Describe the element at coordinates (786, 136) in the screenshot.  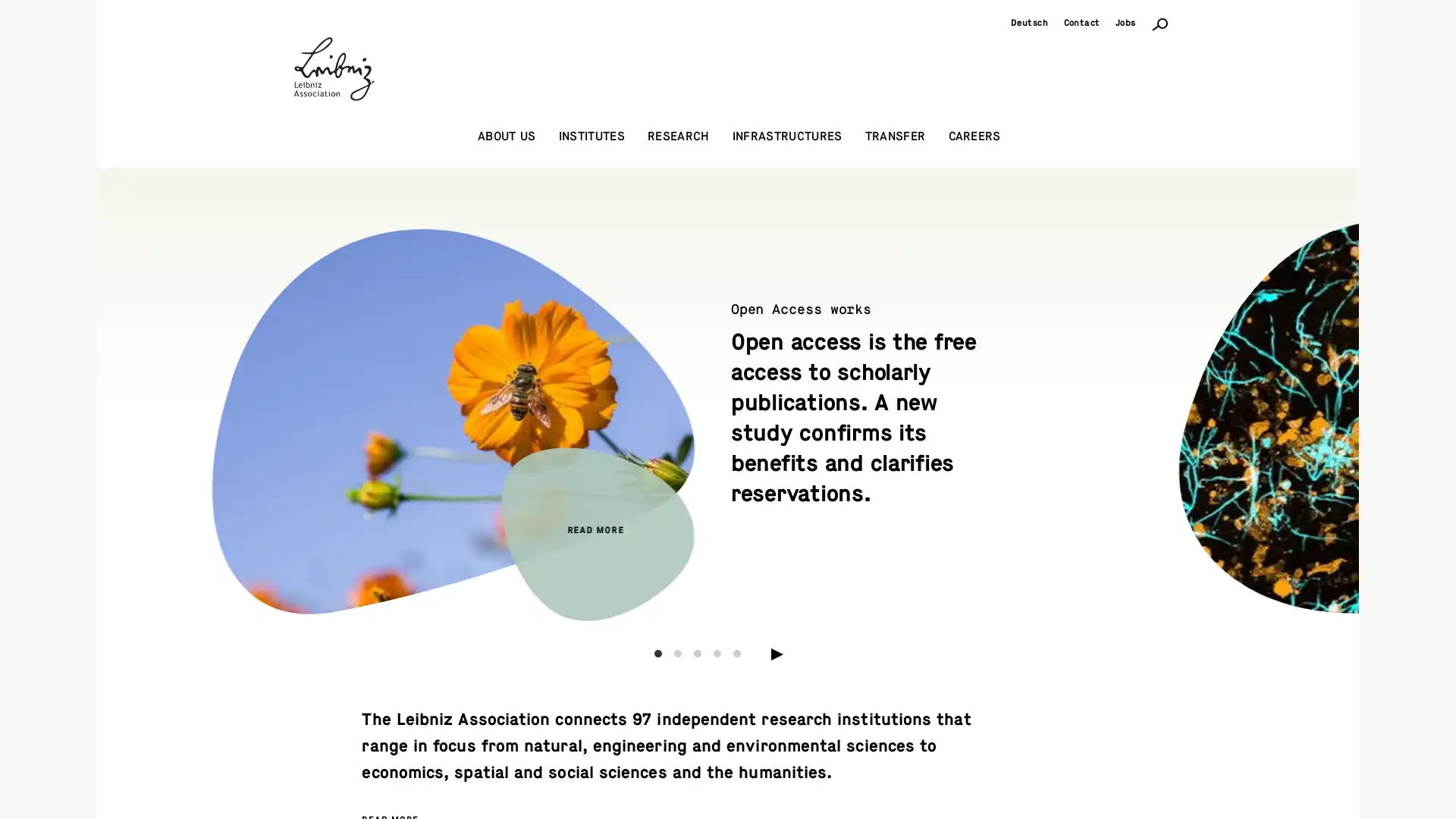
I see `INFRASTRUCTURES` at that location.